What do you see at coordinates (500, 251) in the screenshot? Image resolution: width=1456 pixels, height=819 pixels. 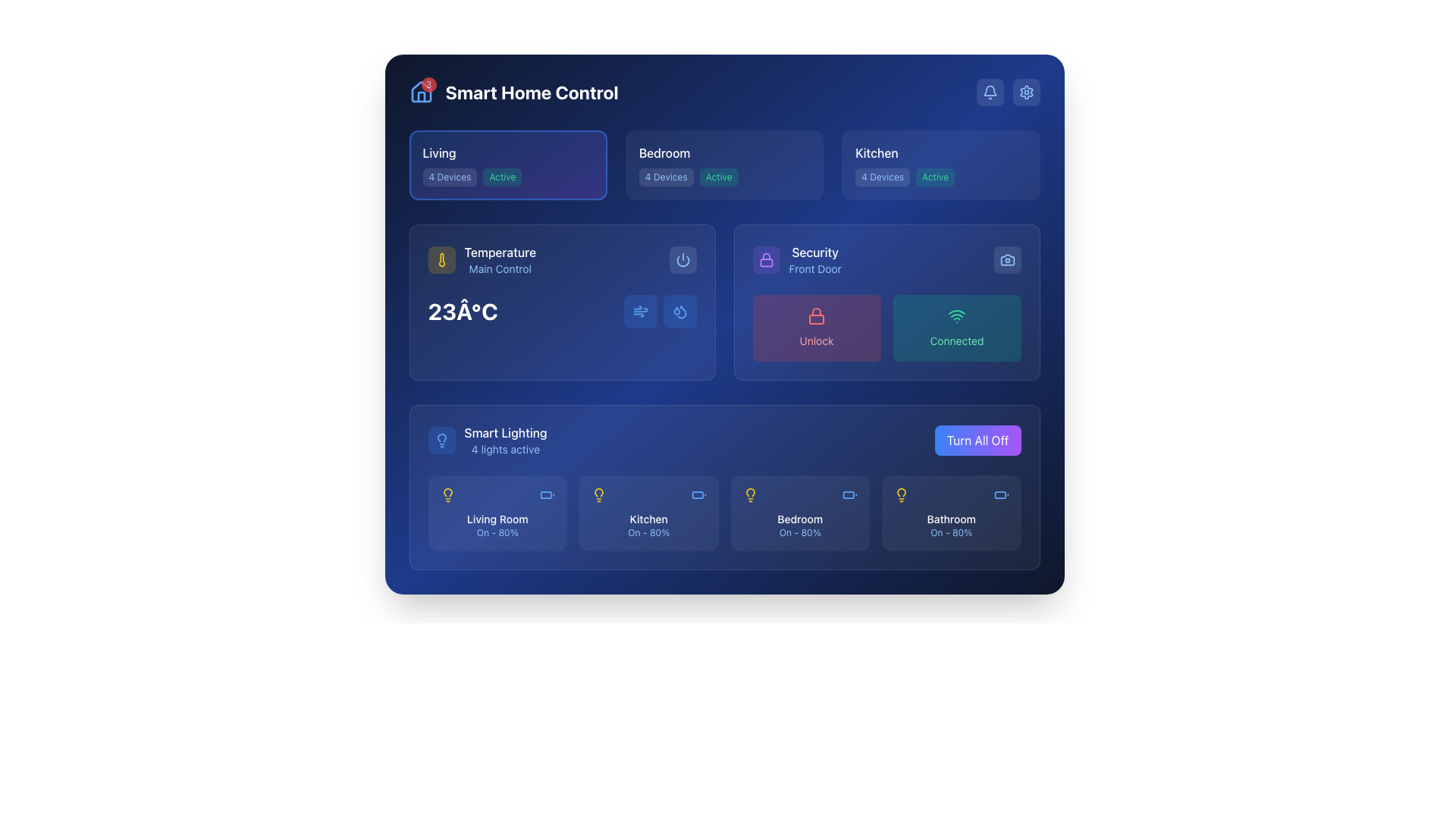 I see `the 'Temperature' text label, which indicates the functionality related to temperature within the 'TemperatureMain Control' panel, positioned above the 'Main Control' label` at bounding box center [500, 251].